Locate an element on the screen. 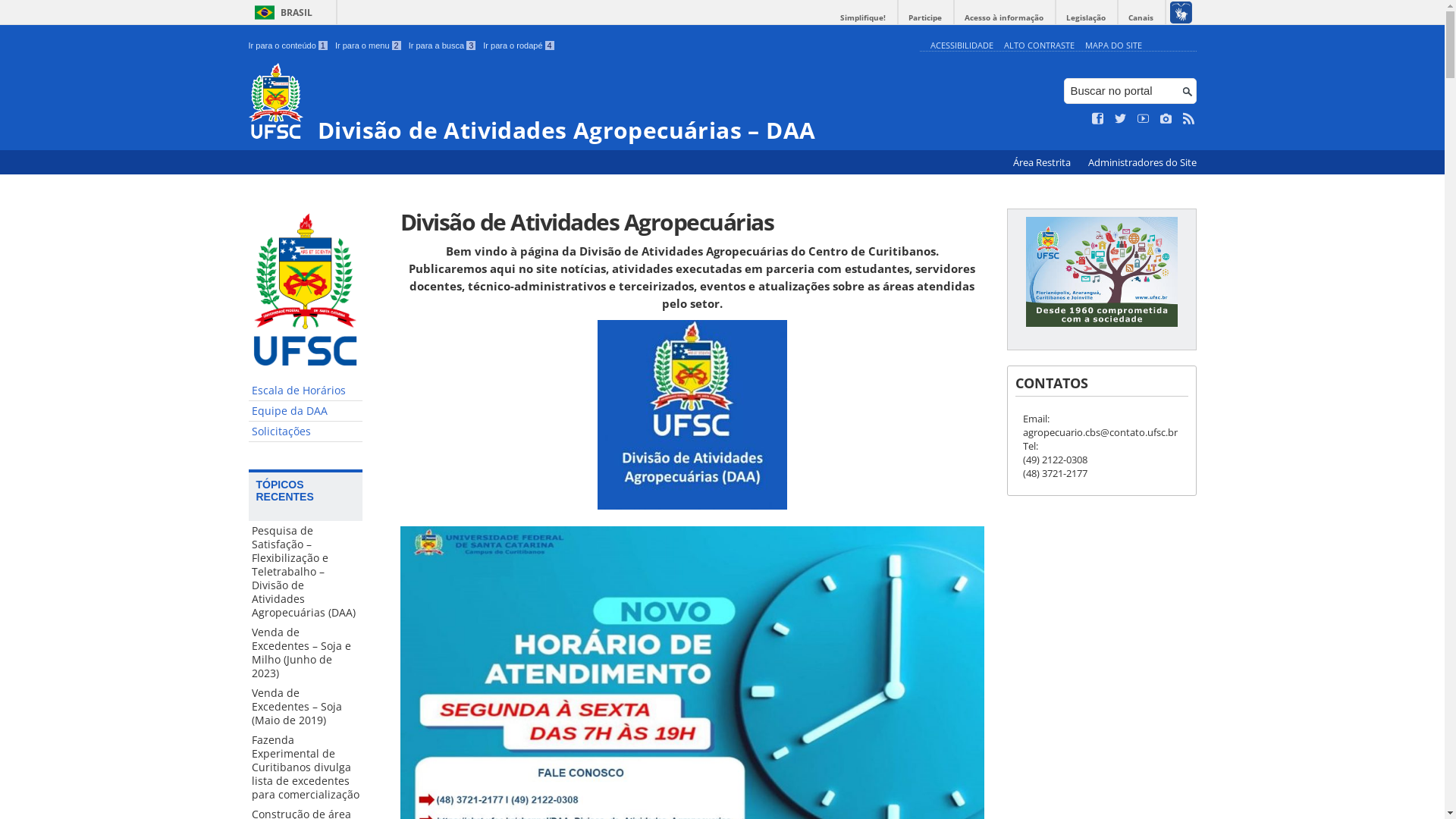 The width and height of the screenshot is (1456, 819). 'Siga no Twitter' is located at coordinates (1121, 118).